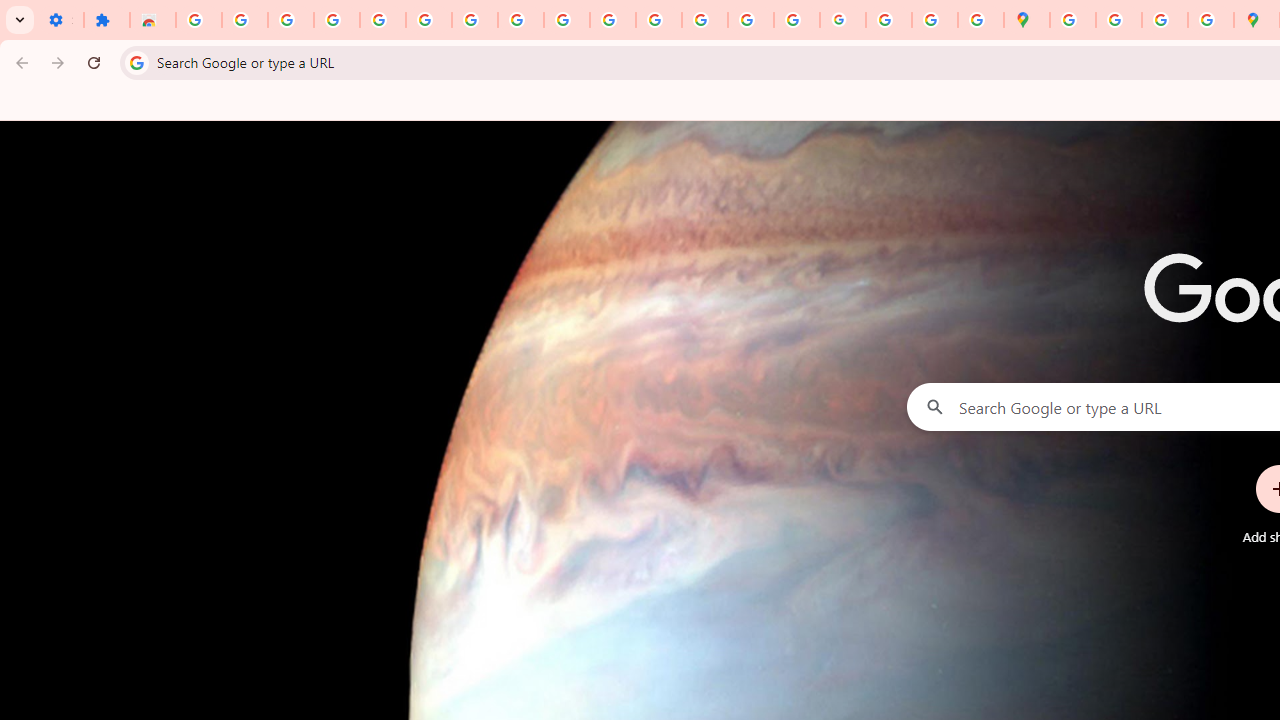 Image resolution: width=1280 pixels, height=720 pixels. What do you see at coordinates (1209, 20) in the screenshot?
I see `'Safety in Our Products - Google Safety Center'` at bounding box center [1209, 20].